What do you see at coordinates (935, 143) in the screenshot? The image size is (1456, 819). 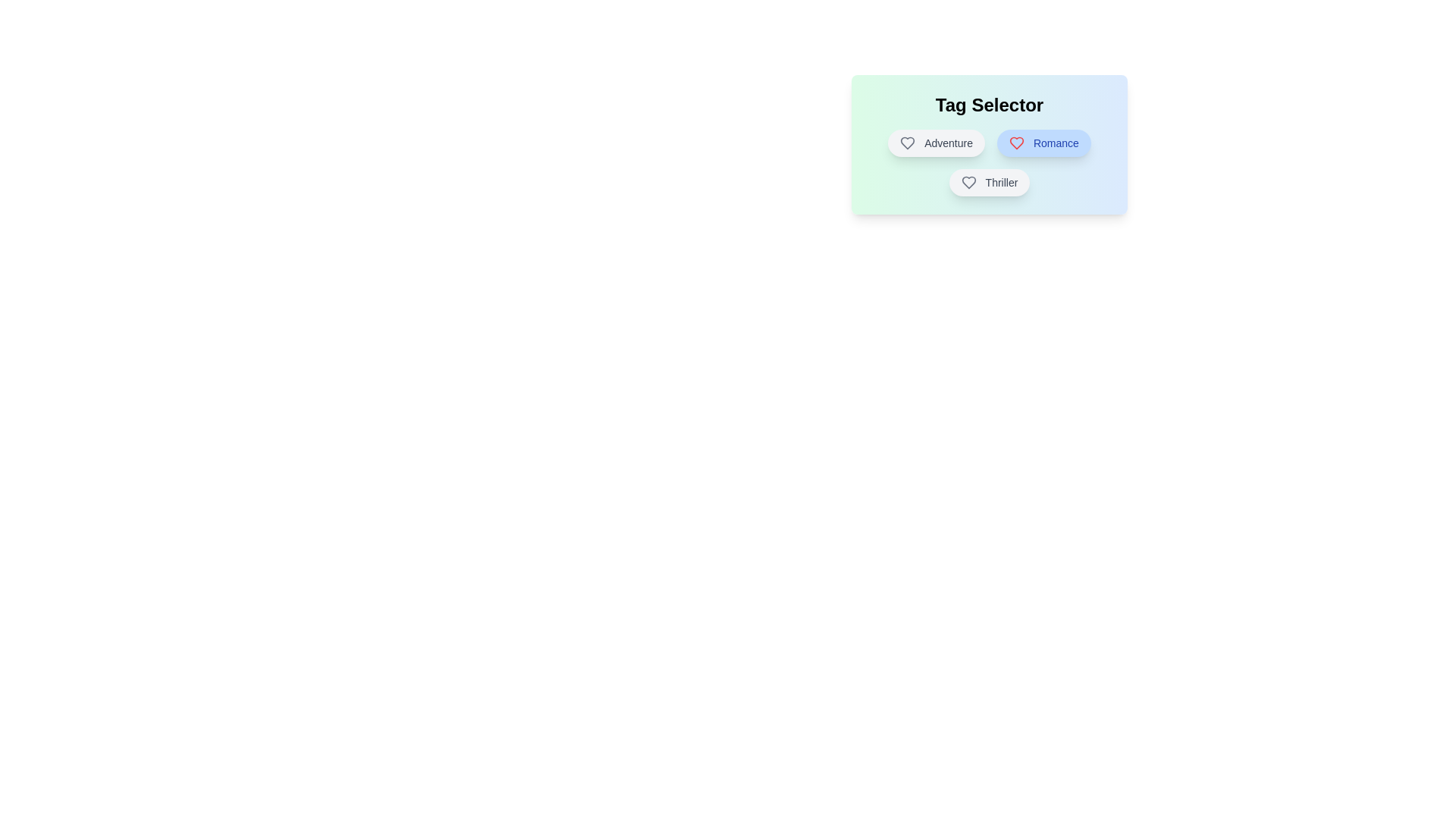 I see `the tag Adventure` at bounding box center [935, 143].